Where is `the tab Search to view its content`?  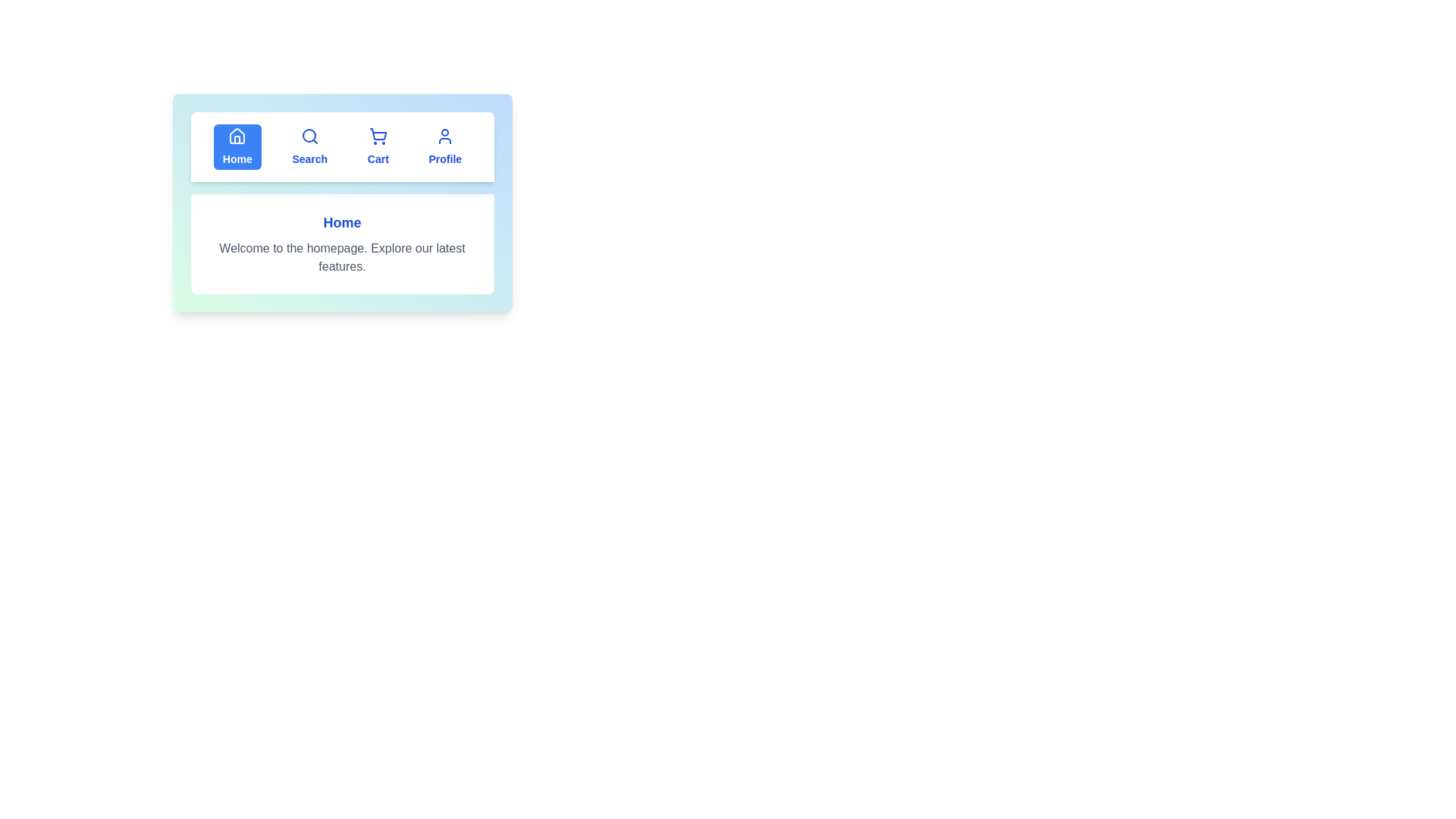 the tab Search to view its content is located at coordinates (309, 146).